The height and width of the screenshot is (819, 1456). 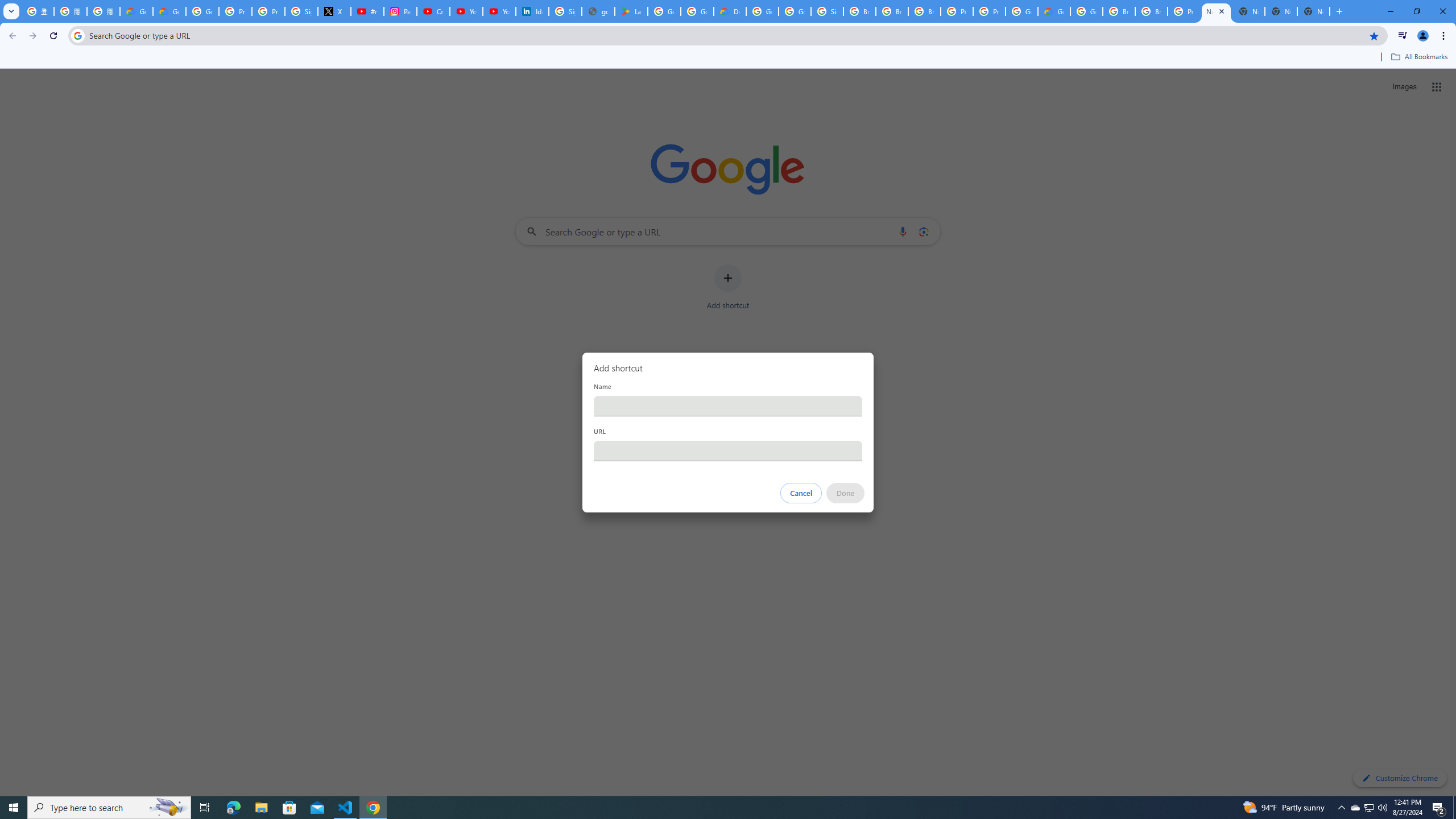 What do you see at coordinates (697, 11) in the screenshot?
I see `'Google Workspace - Specific Terms'` at bounding box center [697, 11].